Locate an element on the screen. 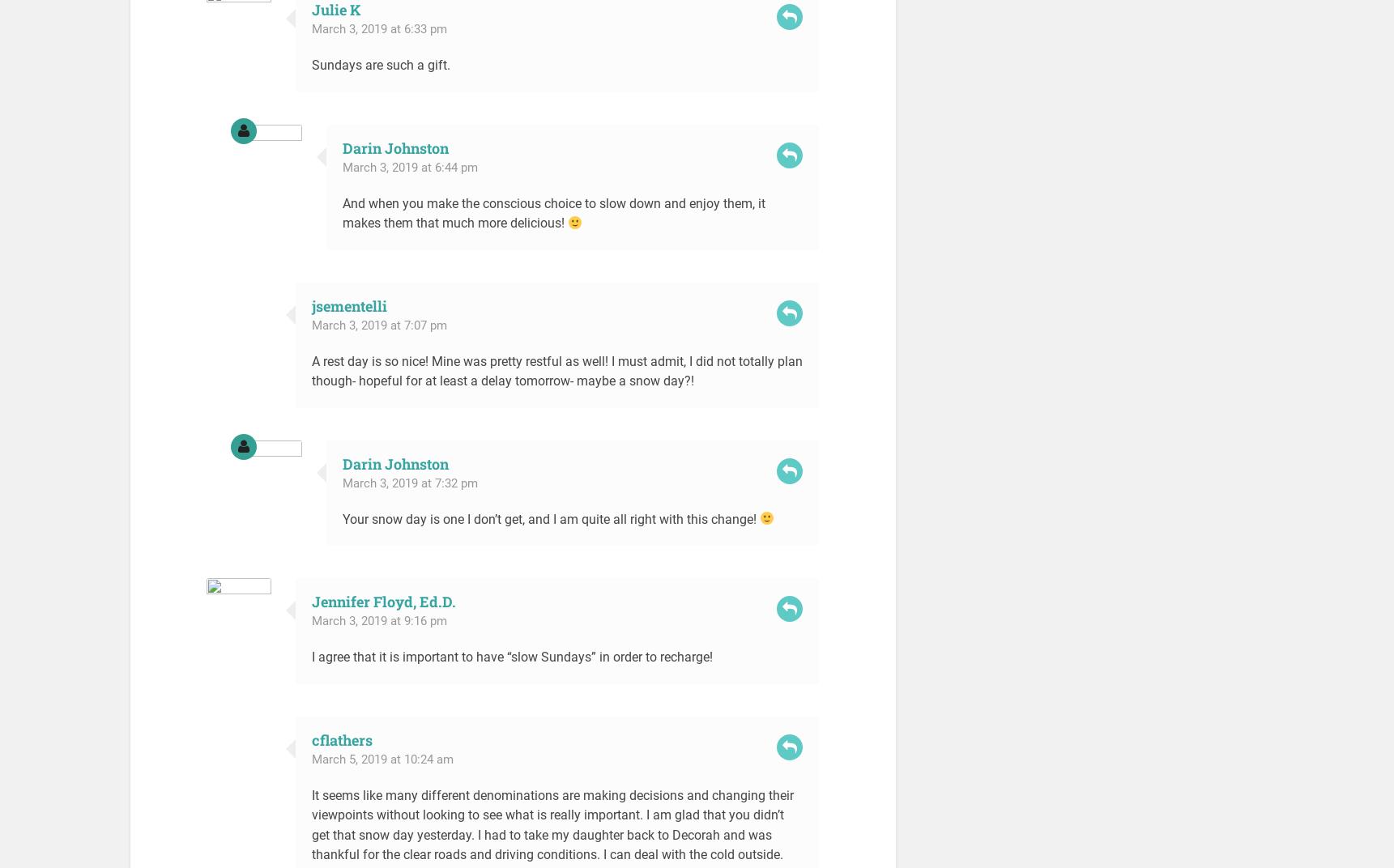 The width and height of the screenshot is (1394, 868). 'jsementelli' is located at coordinates (348, 305).